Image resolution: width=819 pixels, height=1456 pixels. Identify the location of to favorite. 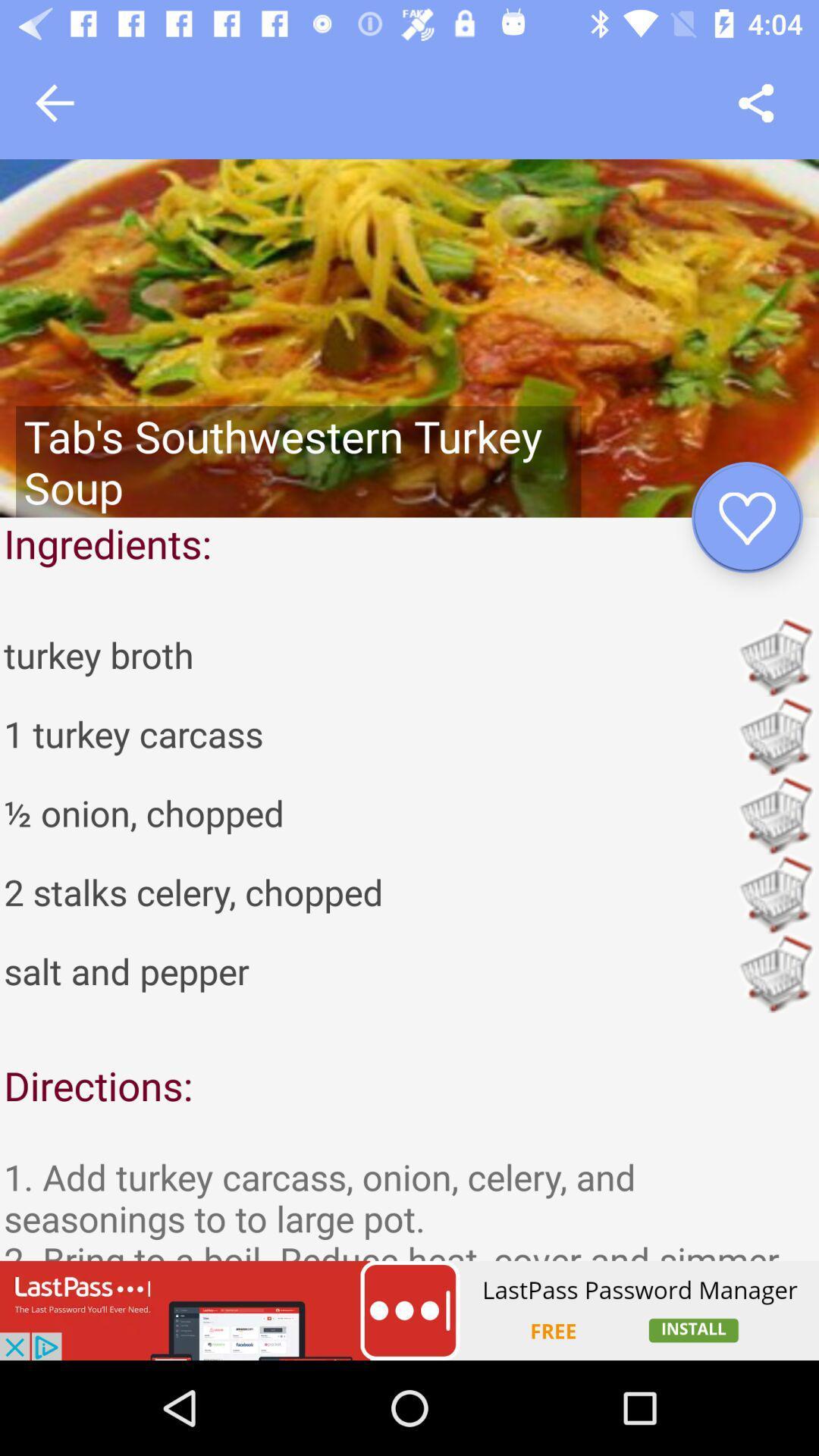
(746, 517).